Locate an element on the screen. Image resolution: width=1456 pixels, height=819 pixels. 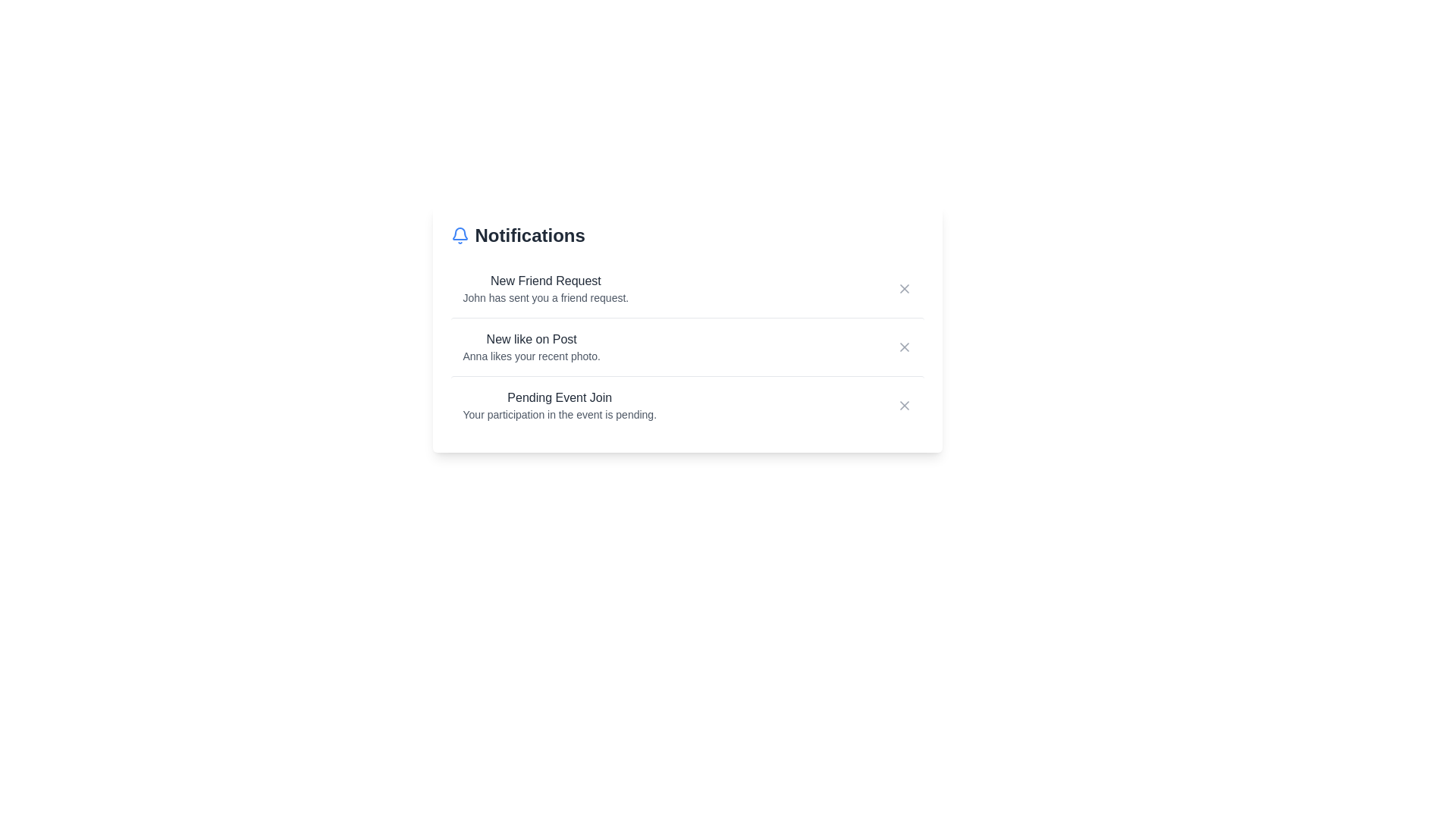
the close button for the notification titled 'Pending Event Join' is located at coordinates (904, 405).